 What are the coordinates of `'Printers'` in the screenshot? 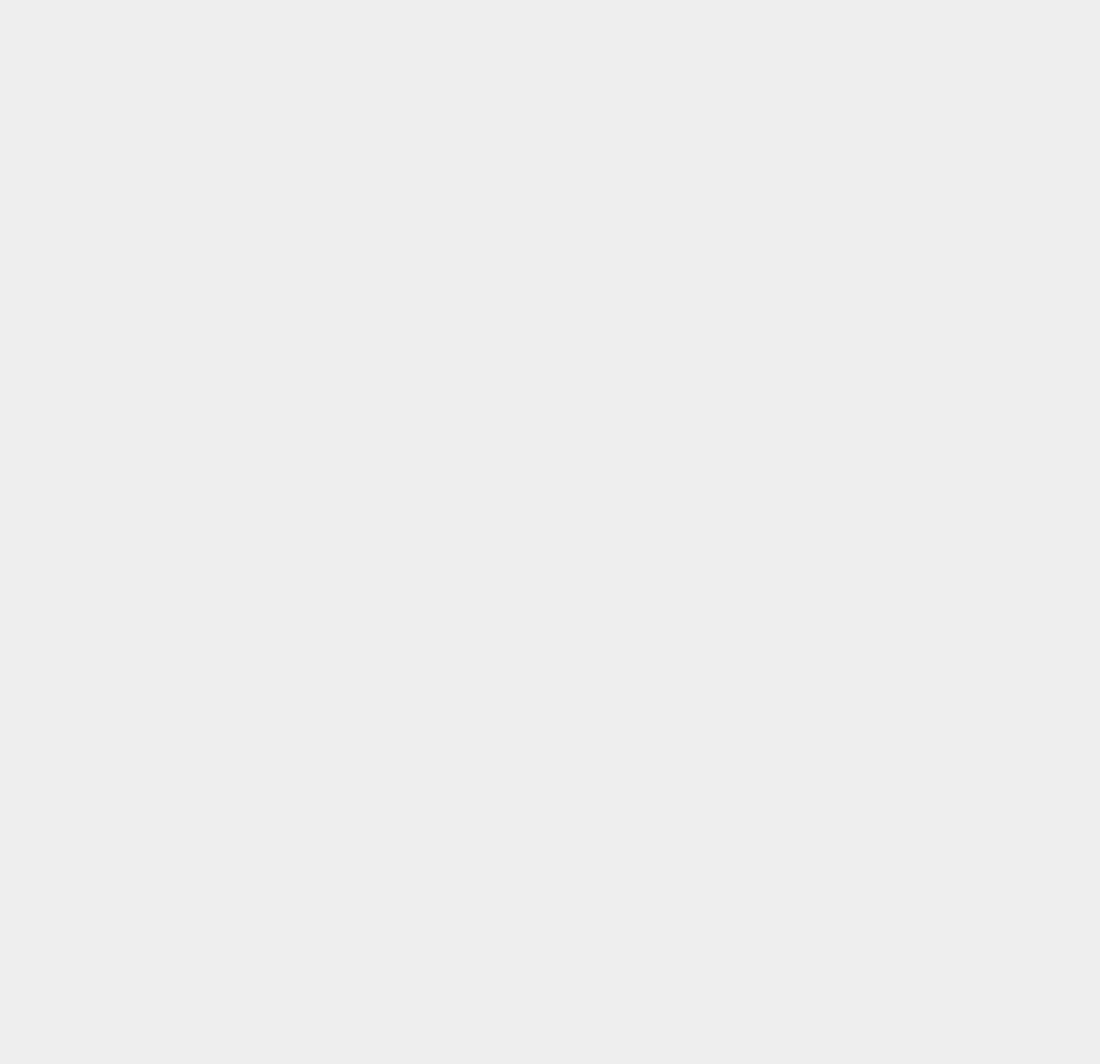 It's located at (802, 200).